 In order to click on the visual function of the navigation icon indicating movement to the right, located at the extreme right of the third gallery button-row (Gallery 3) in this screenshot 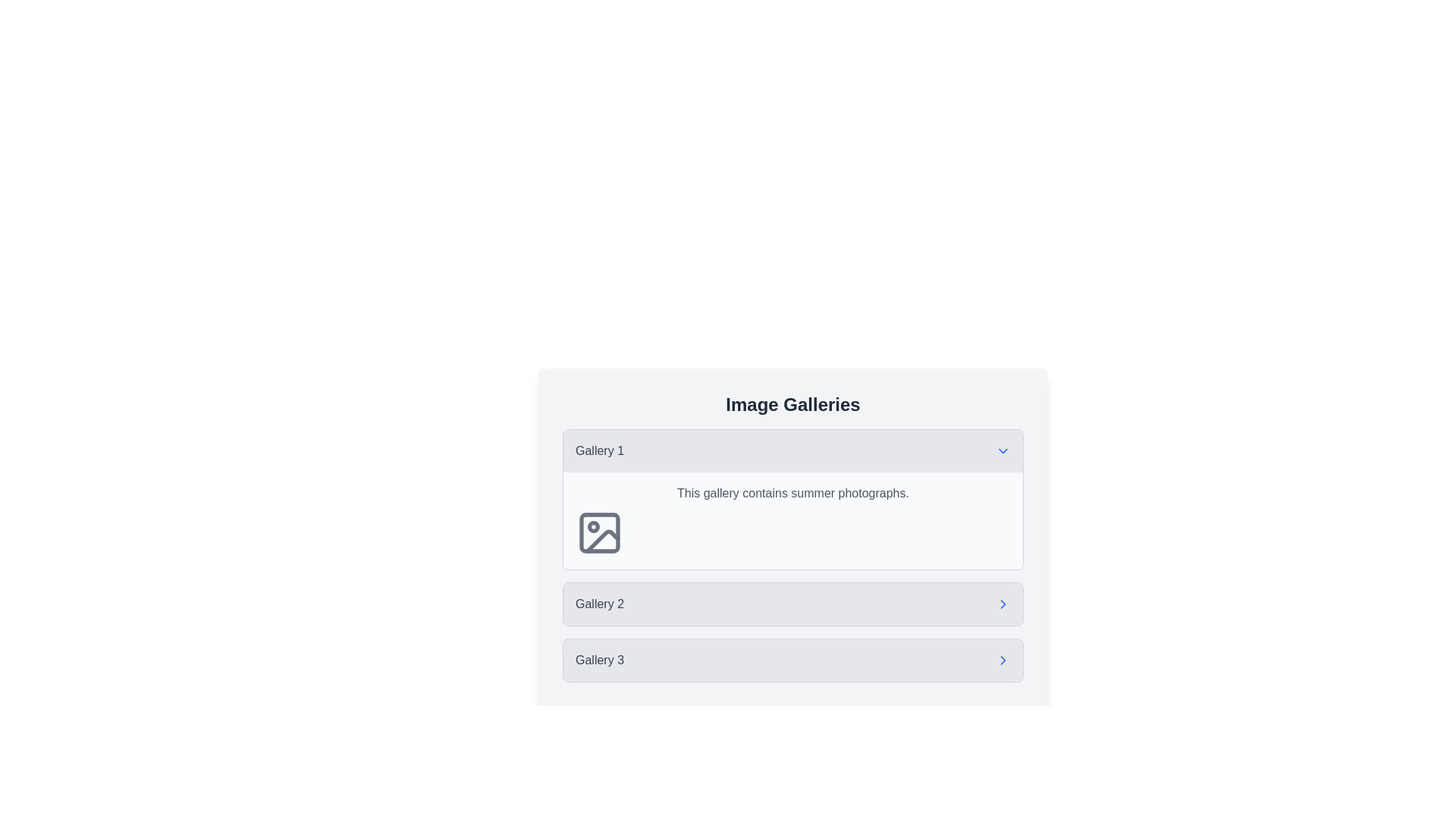, I will do `click(1003, 660)`.